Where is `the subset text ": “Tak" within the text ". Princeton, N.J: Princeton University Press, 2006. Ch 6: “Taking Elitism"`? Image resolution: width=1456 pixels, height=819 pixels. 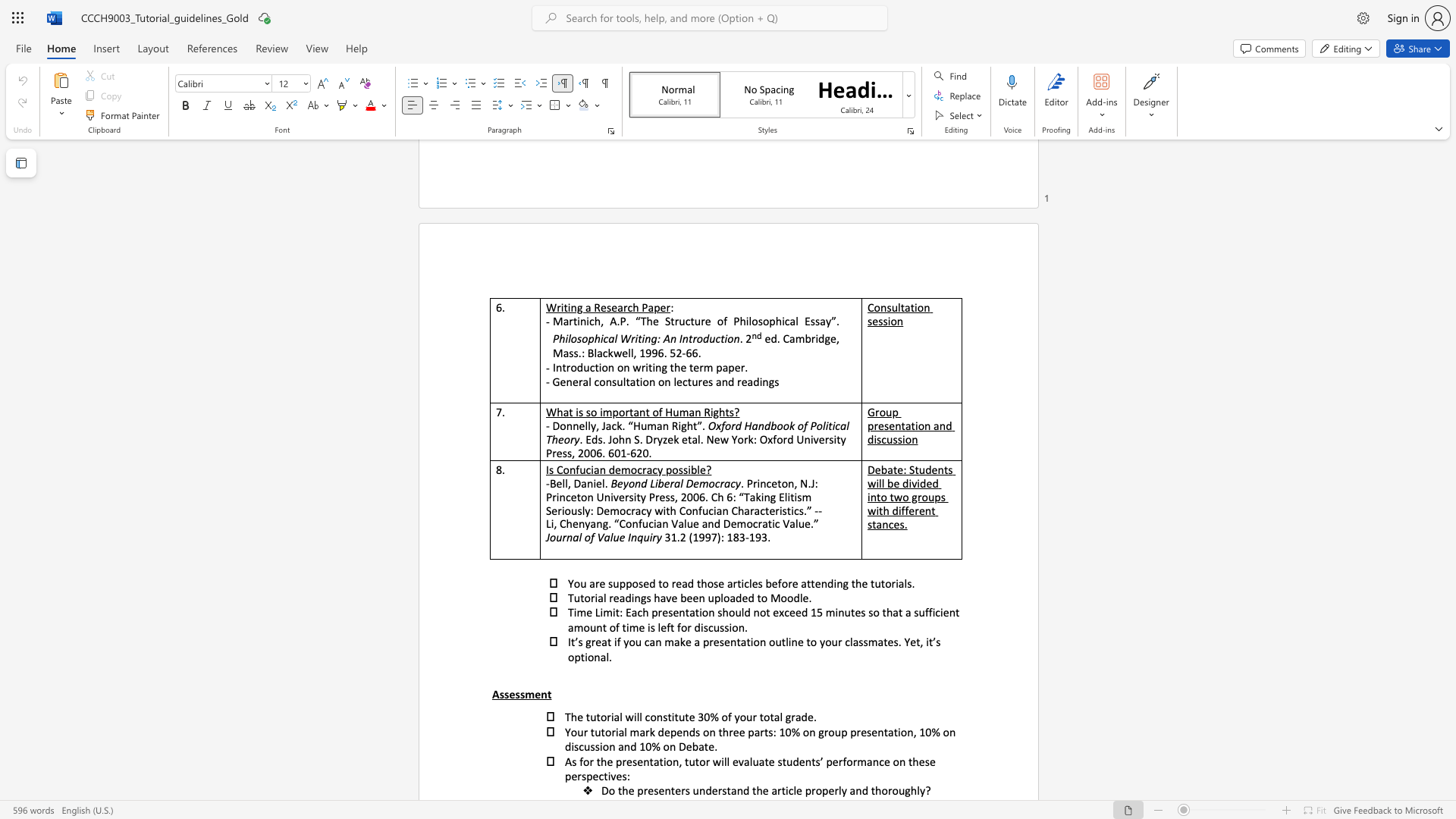
the subset text ": “Tak" within the text ". Princeton, N.J: Princeton University Press, 2006. Ch 6: “Taking Elitism" is located at coordinates (733, 497).